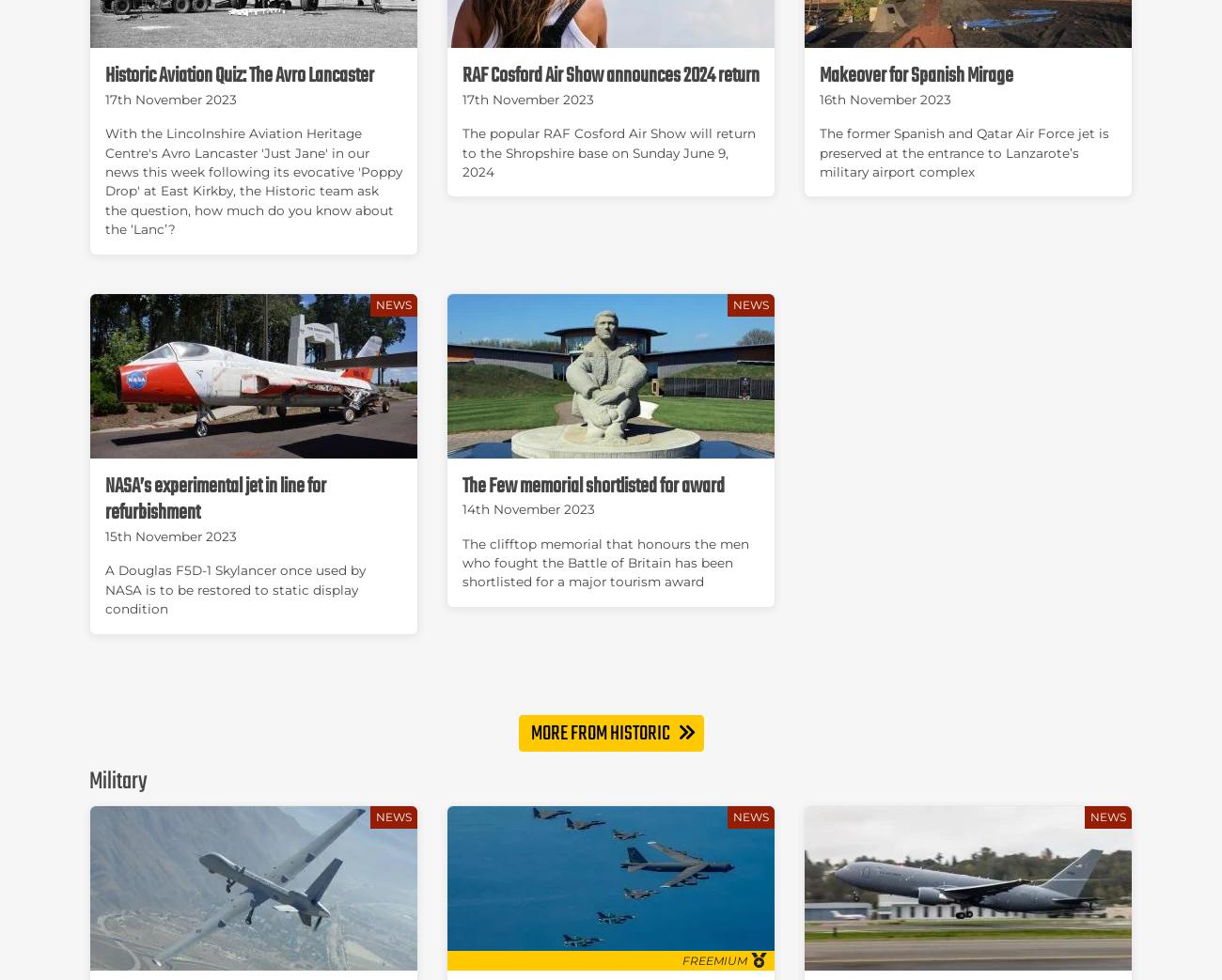  What do you see at coordinates (234, 588) in the screenshot?
I see `'A Douglas F5D-1 Skylancer once used by NASA is to be restored to static display condition'` at bounding box center [234, 588].